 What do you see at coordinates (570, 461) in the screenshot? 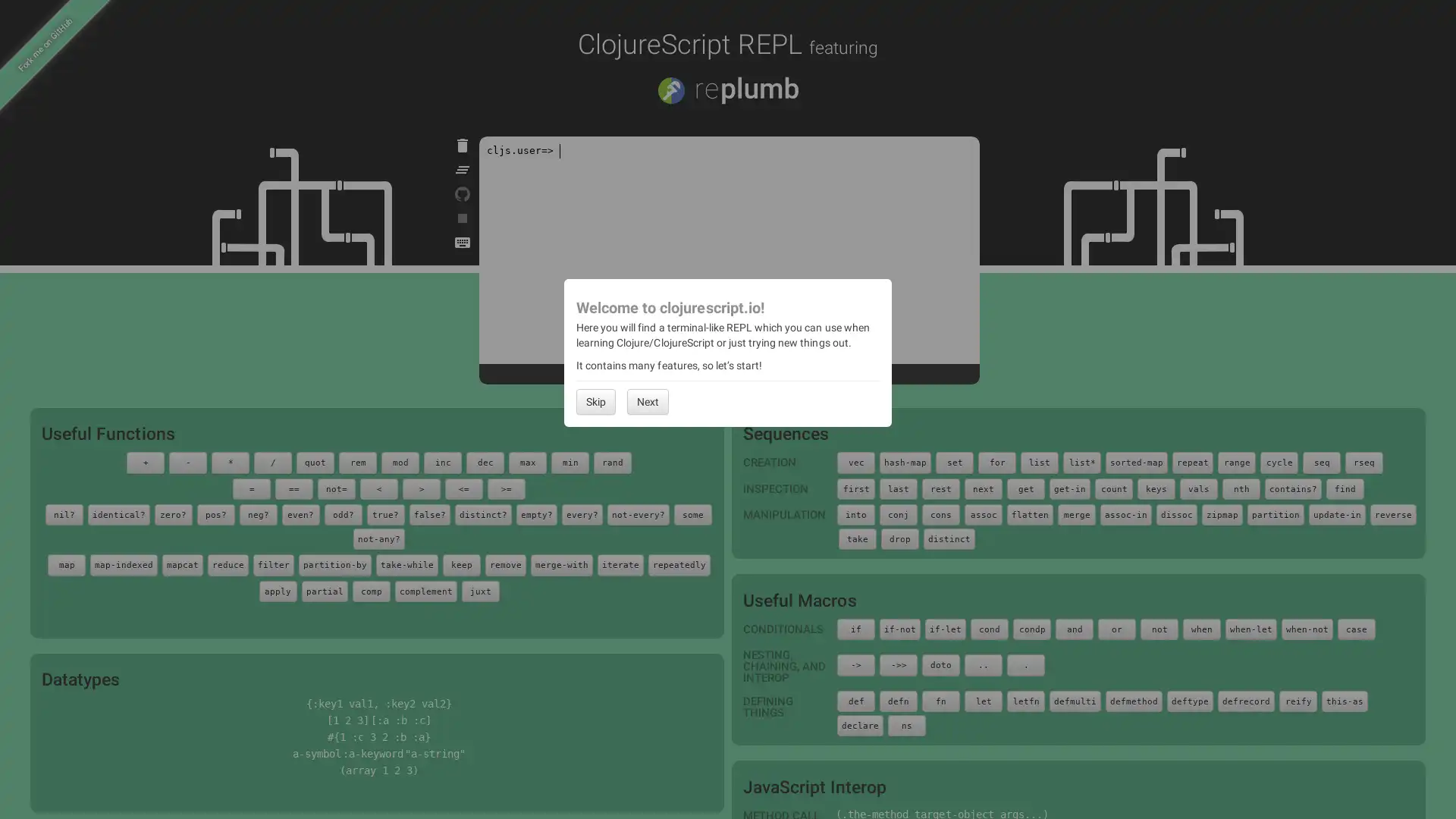
I see `min` at bounding box center [570, 461].